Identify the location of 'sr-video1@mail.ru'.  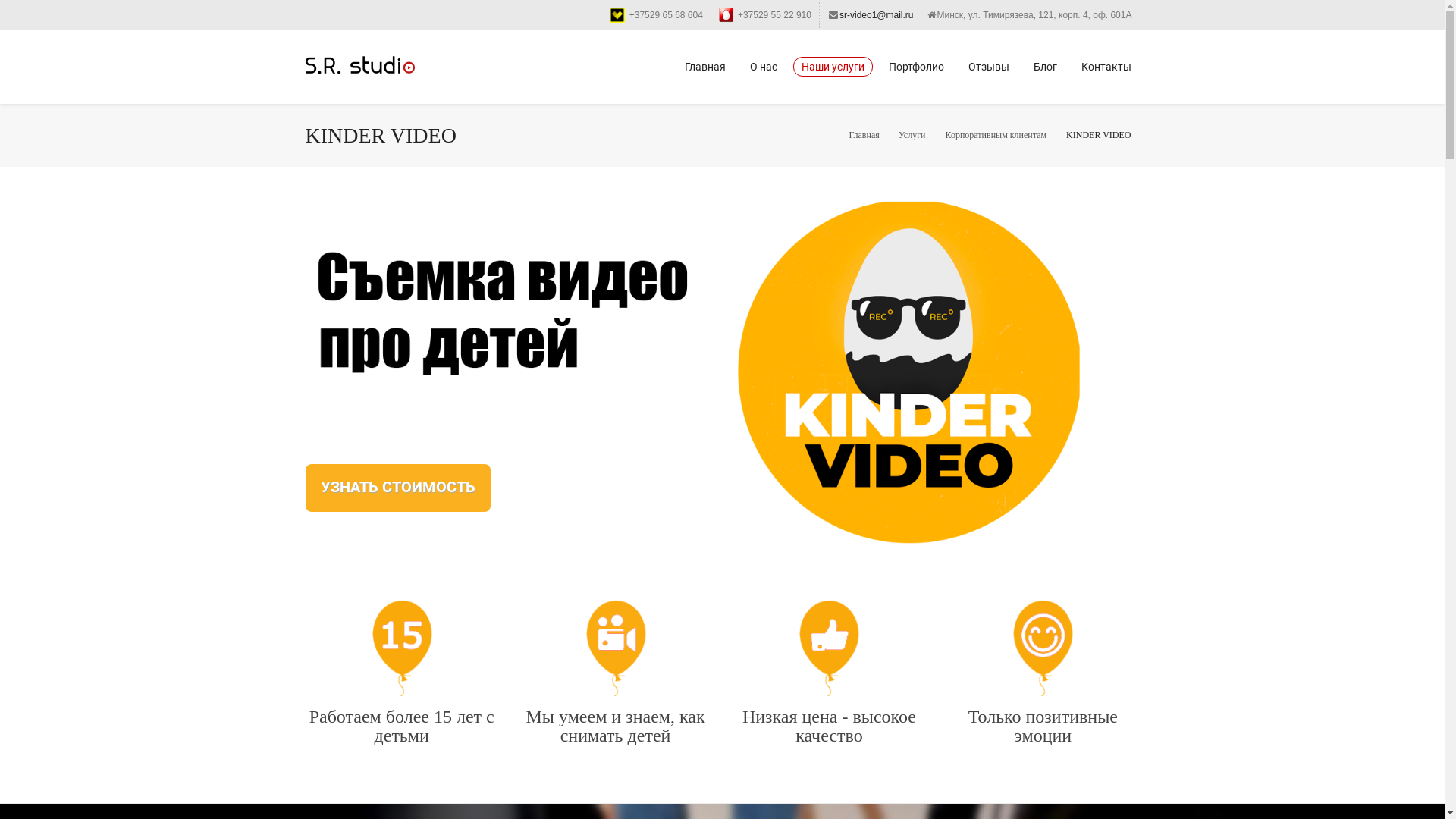
(877, 14).